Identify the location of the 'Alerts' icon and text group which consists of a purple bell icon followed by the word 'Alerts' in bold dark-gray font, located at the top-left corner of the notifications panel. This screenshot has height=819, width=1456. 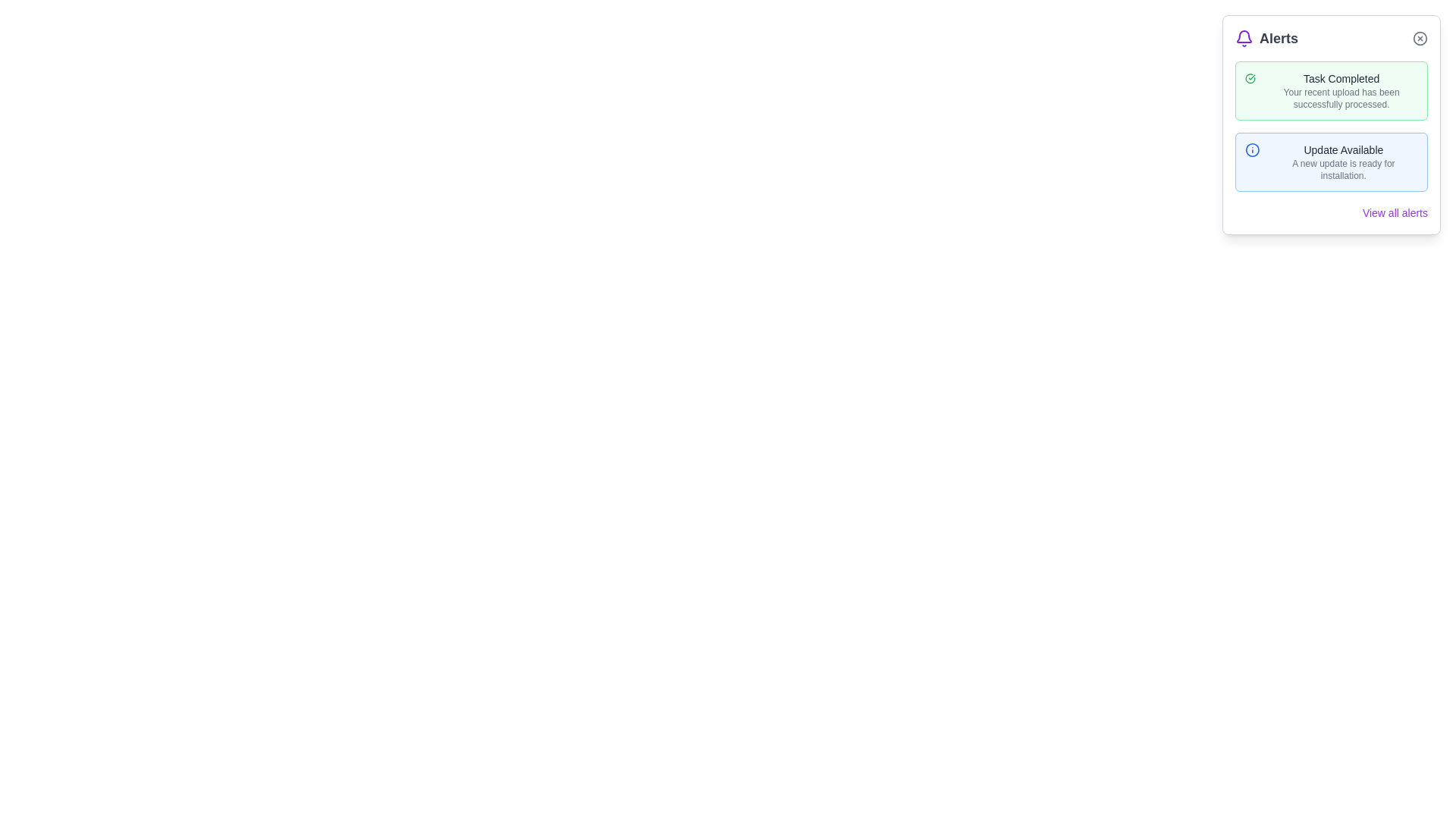
(1266, 37).